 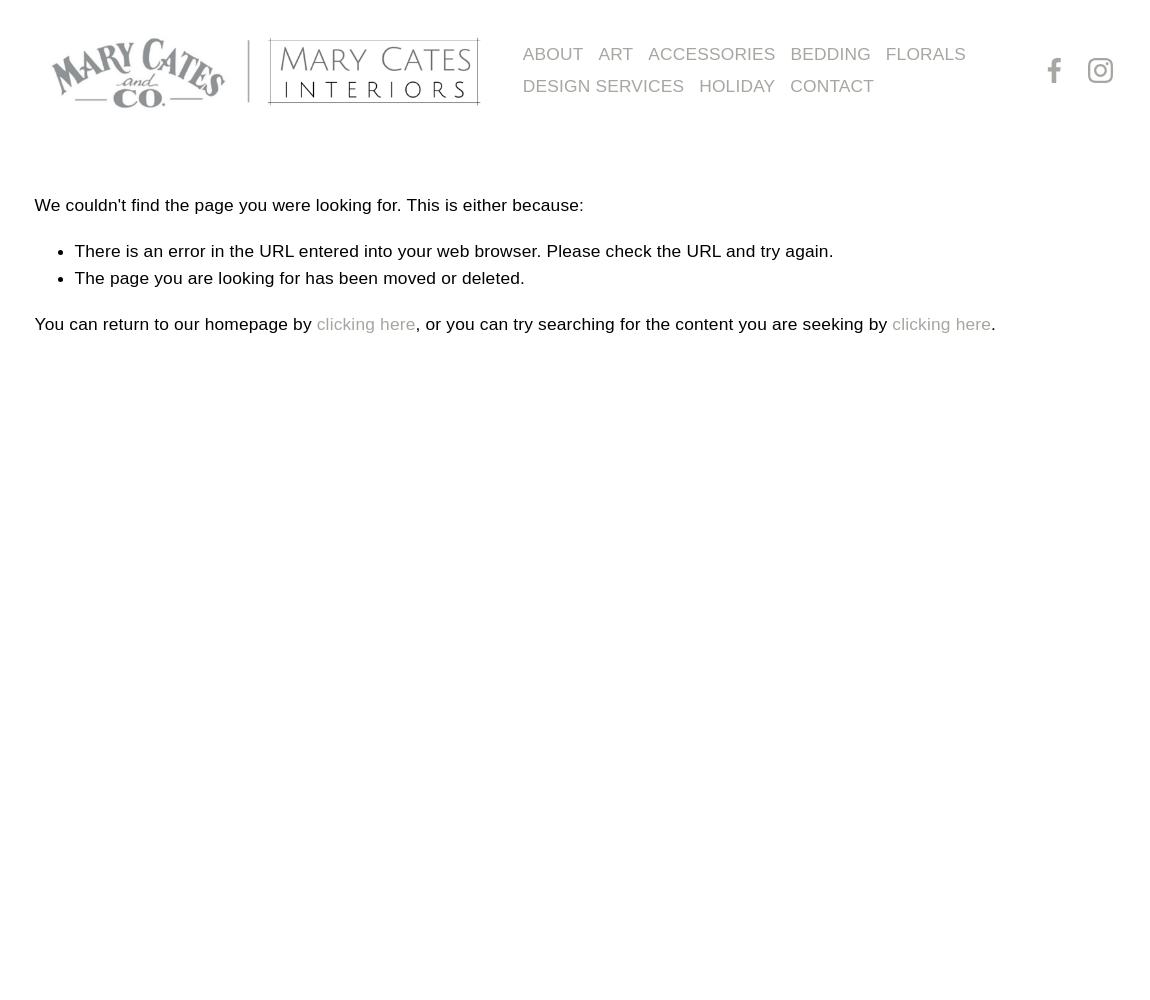 What do you see at coordinates (415, 322) in the screenshot?
I see `', or you can try searching for the
  content you are seeking by'` at bounding box center [415, 322].